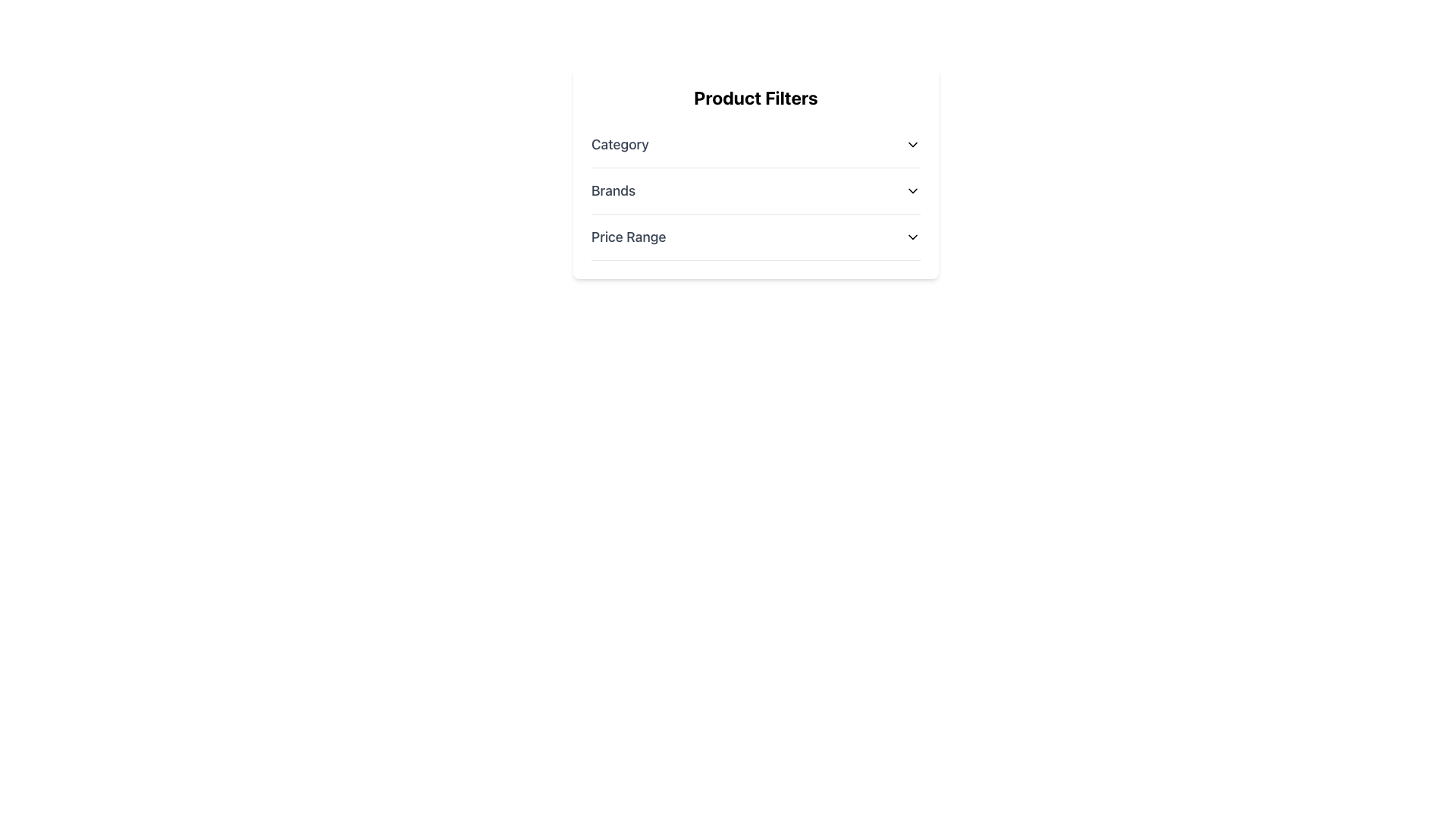 The image size is (1456, 819). What do you see at coordinates (756, 190) in the screenshot?
I see `the 'Brands' dropdown menu trigger, which is the second row in the vertical list of categories within the 'Product Filters' section` at bounding box center [756, 190].